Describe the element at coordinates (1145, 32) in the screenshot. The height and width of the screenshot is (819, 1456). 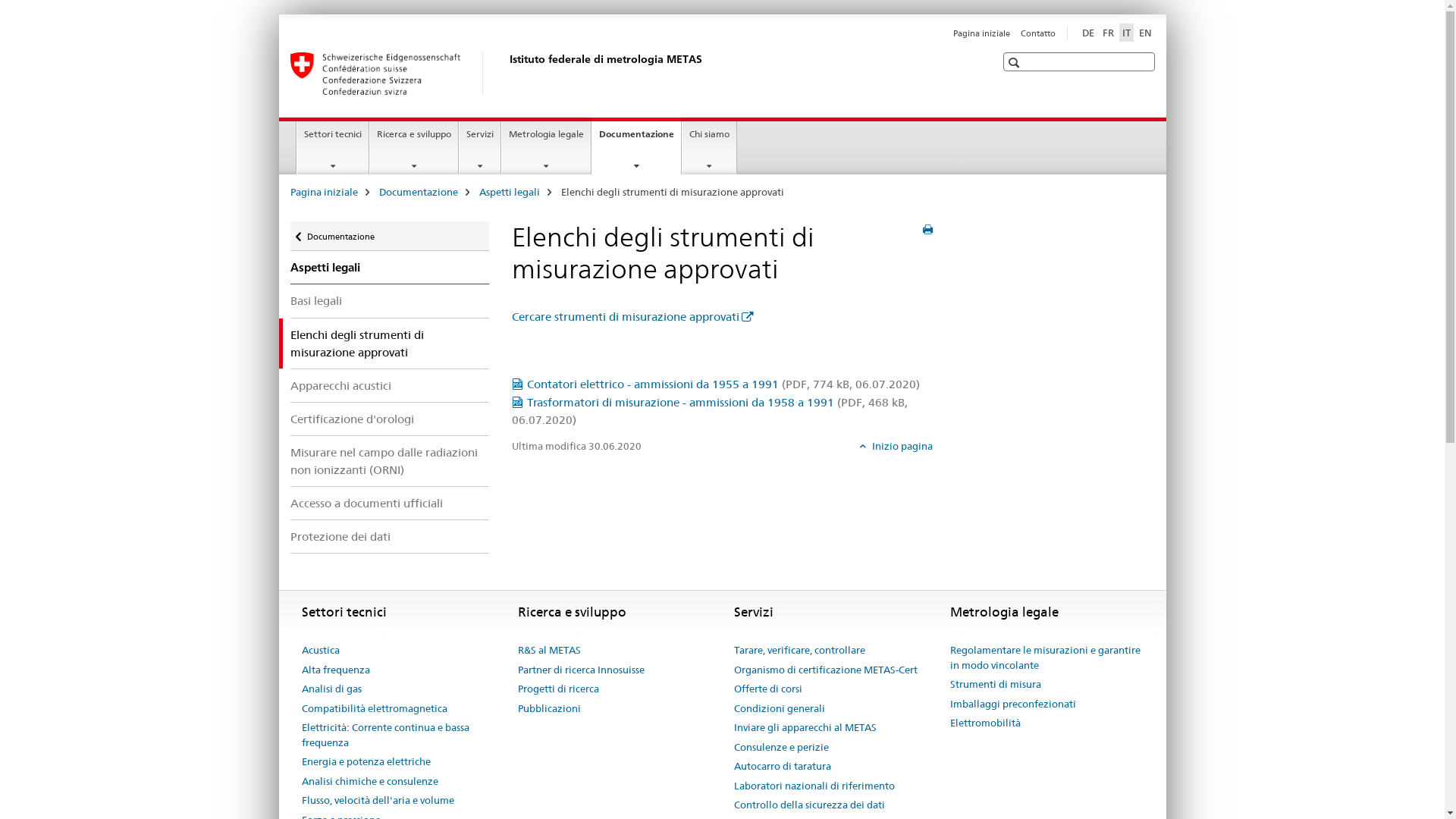
I see `'EN'` at that location.